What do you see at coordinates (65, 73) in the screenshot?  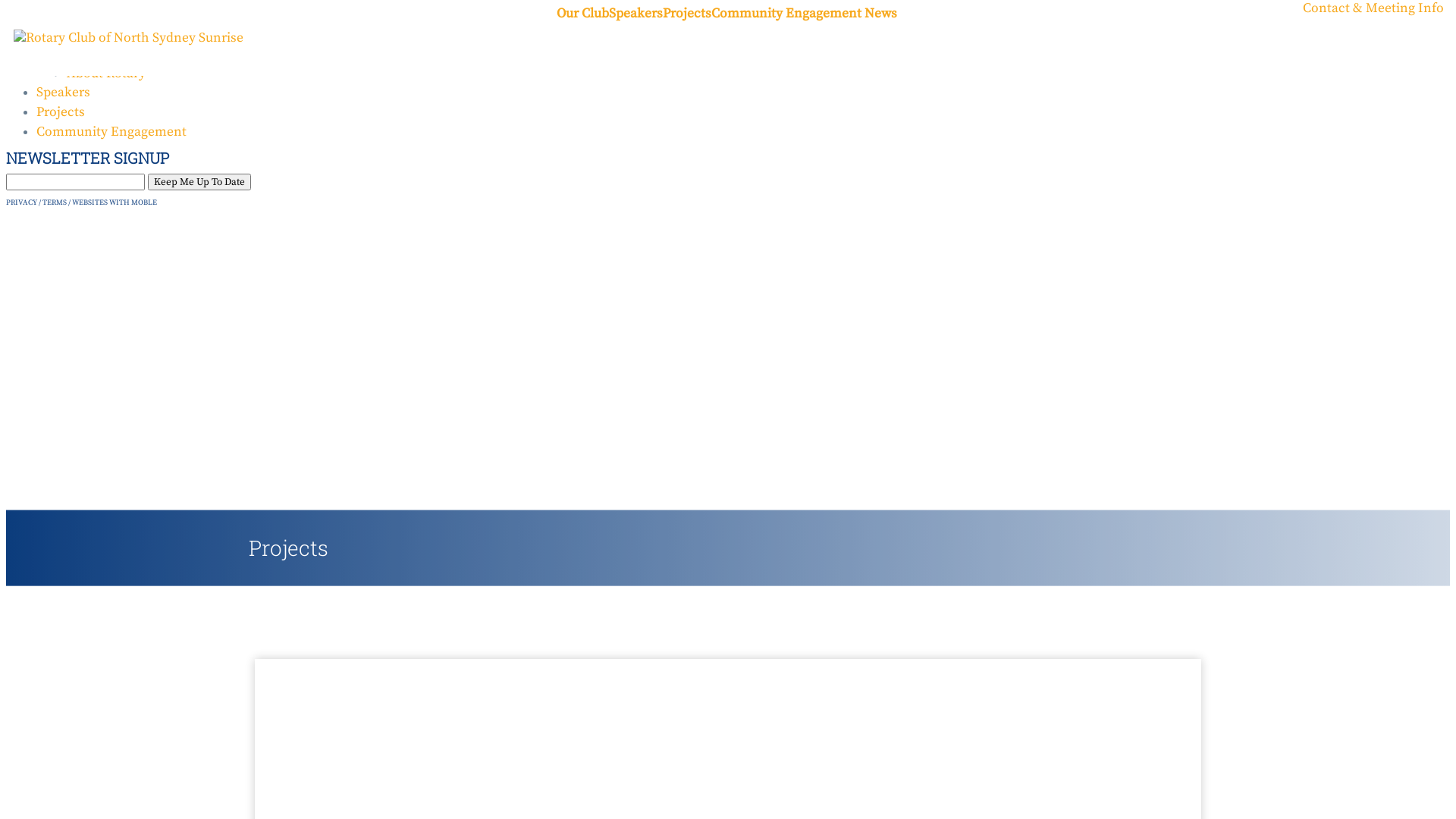 I see `'About Rotary'` at bounding box center [65, 73].